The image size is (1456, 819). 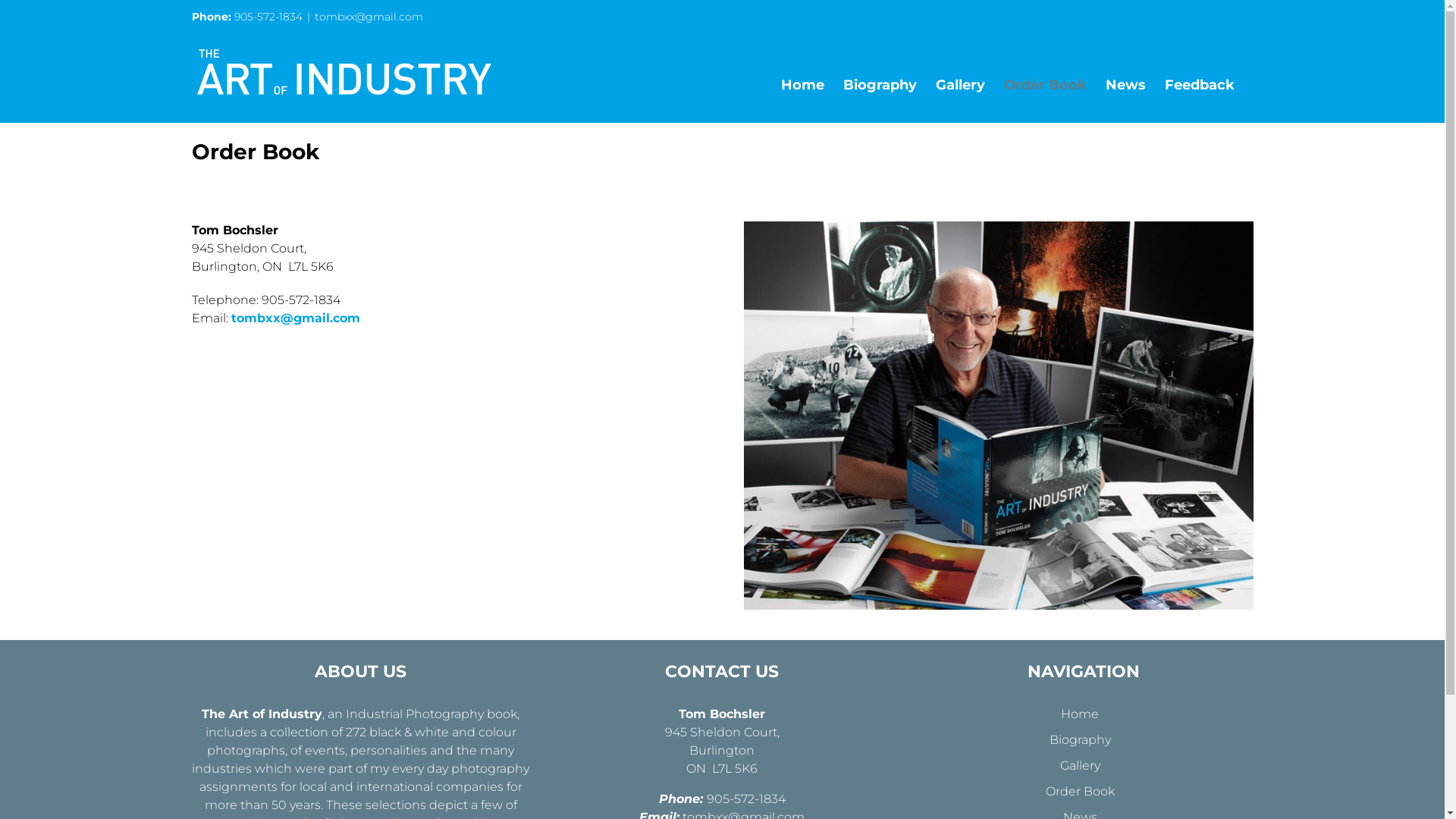 What do you see at coordinates (1079, 739) in the screenshot?
I see `'Biography'` at bounding box center [1079, 739].